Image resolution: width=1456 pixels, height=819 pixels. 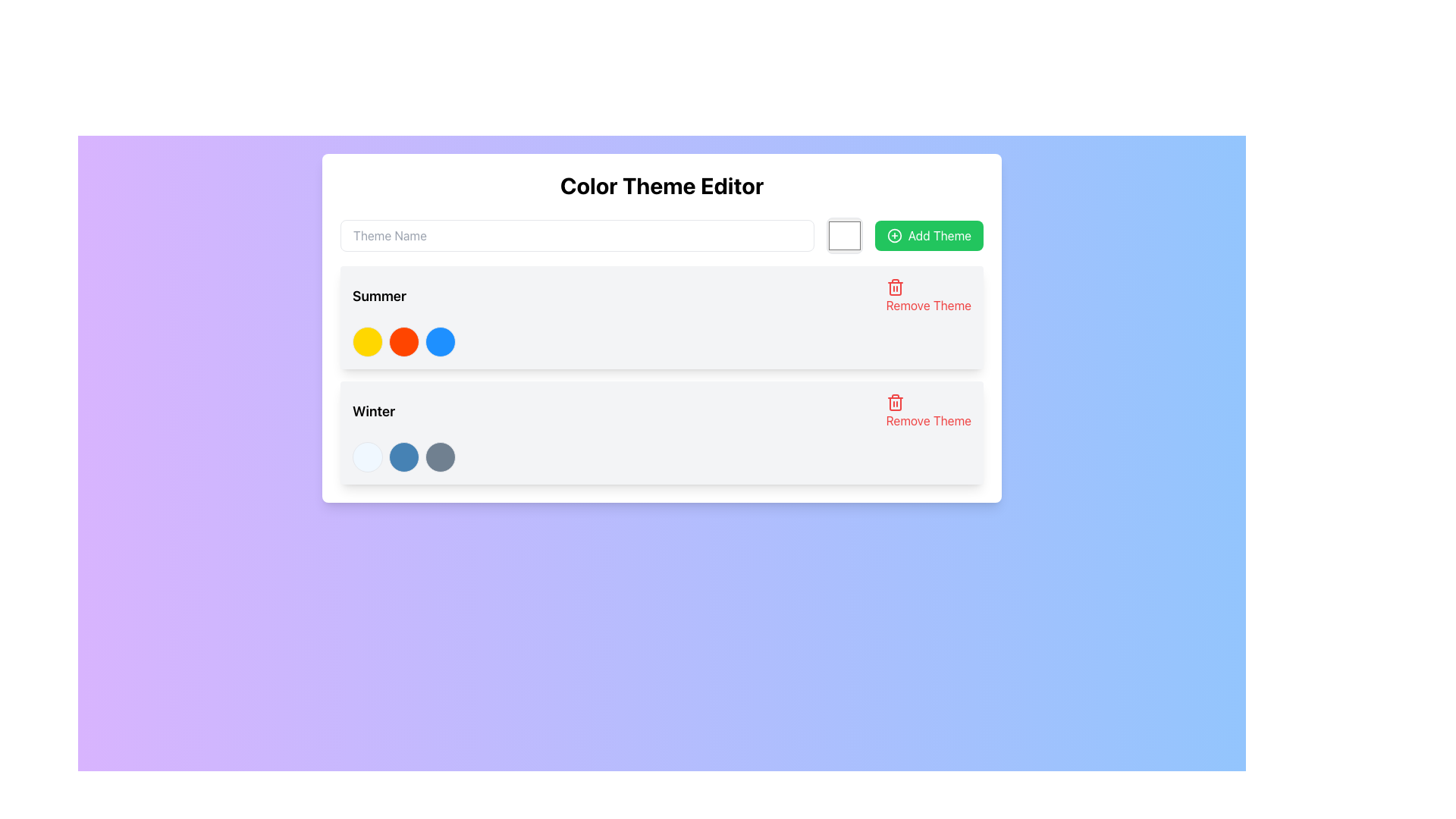 What do you see at coordinates (367, 456) in the screenshot?
I see `the first circle in the row of three circles under the 'Winter' section, which serves as a decorative indicator` at bounding box center [367, 456].